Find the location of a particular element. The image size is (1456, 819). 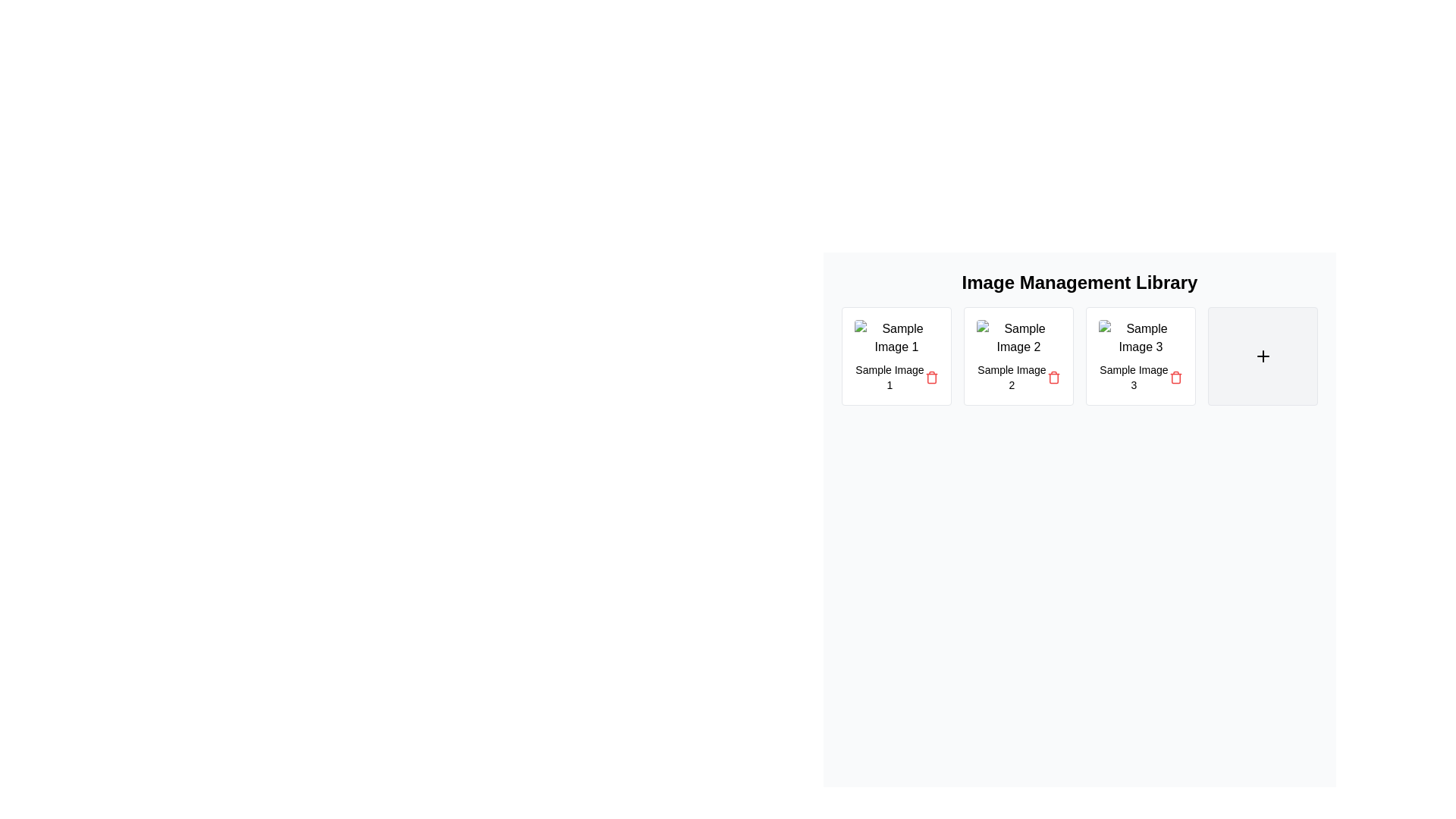

text content of the label 'Sample Image 1', which is a bold text component centered in the first card of a grid layout below the corresponding image is located at coordinates (896, 376).